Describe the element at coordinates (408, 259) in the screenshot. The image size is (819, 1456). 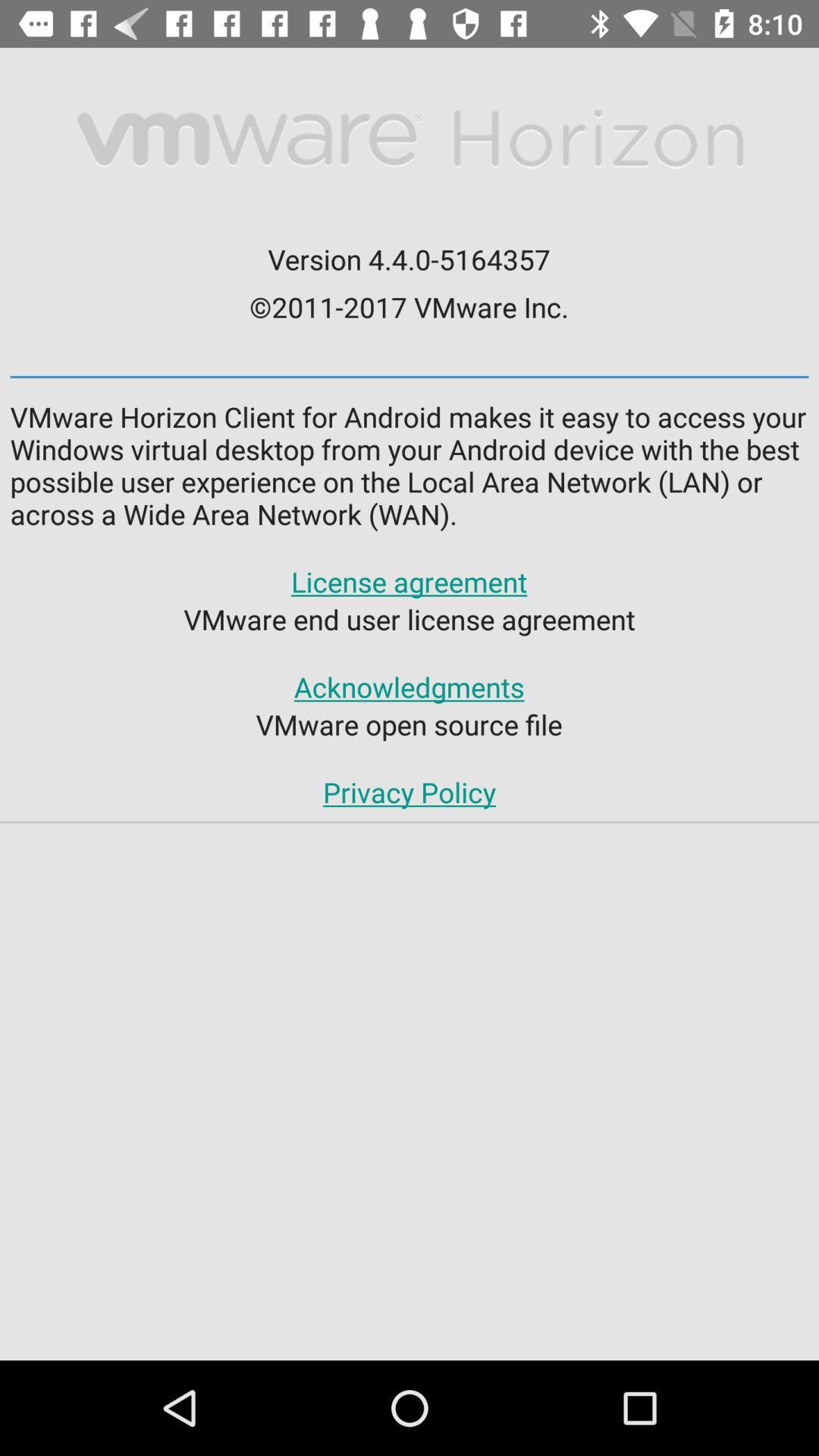
I see `app above 2011 2017 vmware icon` at that location.